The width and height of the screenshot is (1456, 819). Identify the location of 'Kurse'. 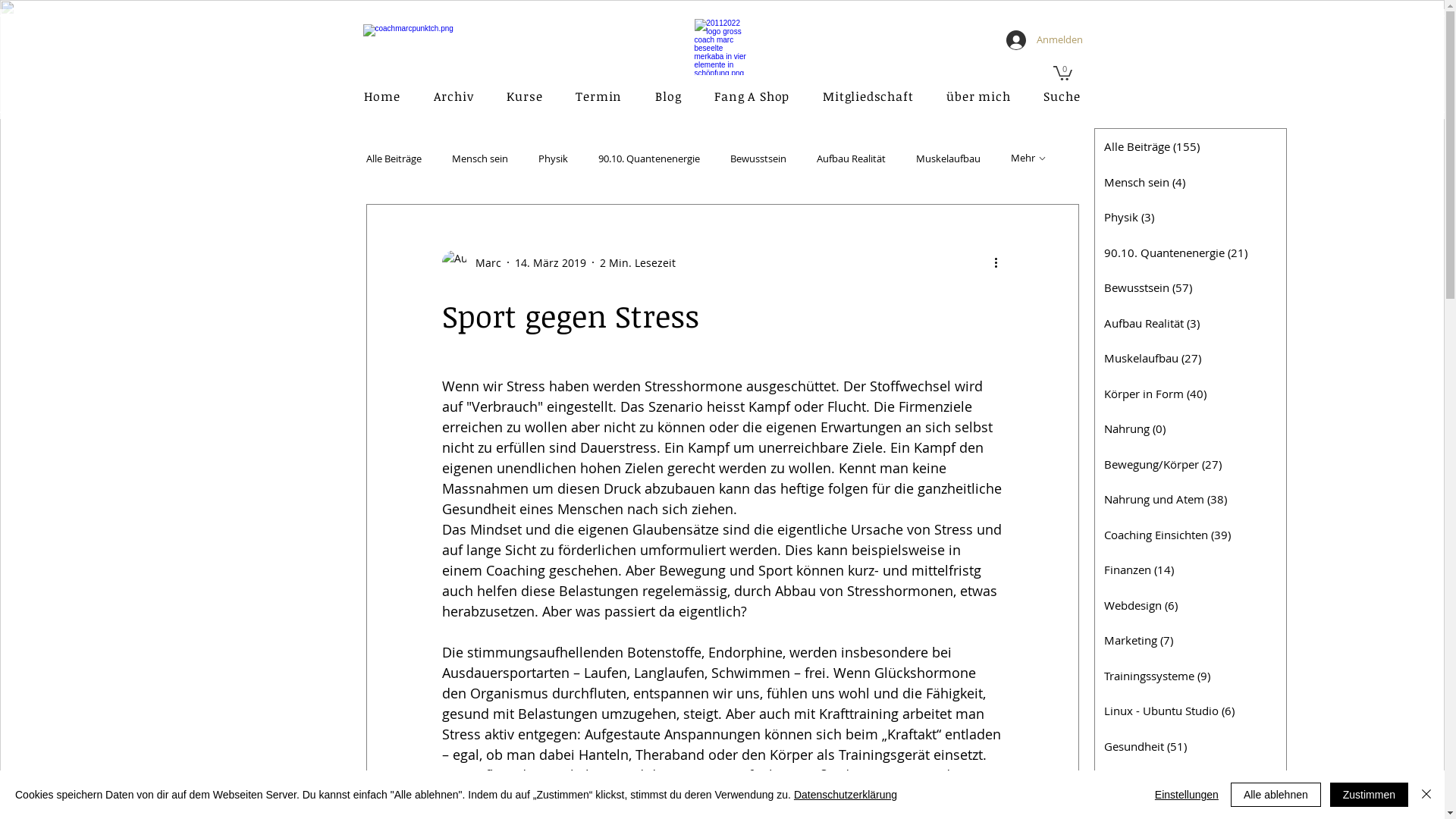
(524, 96).